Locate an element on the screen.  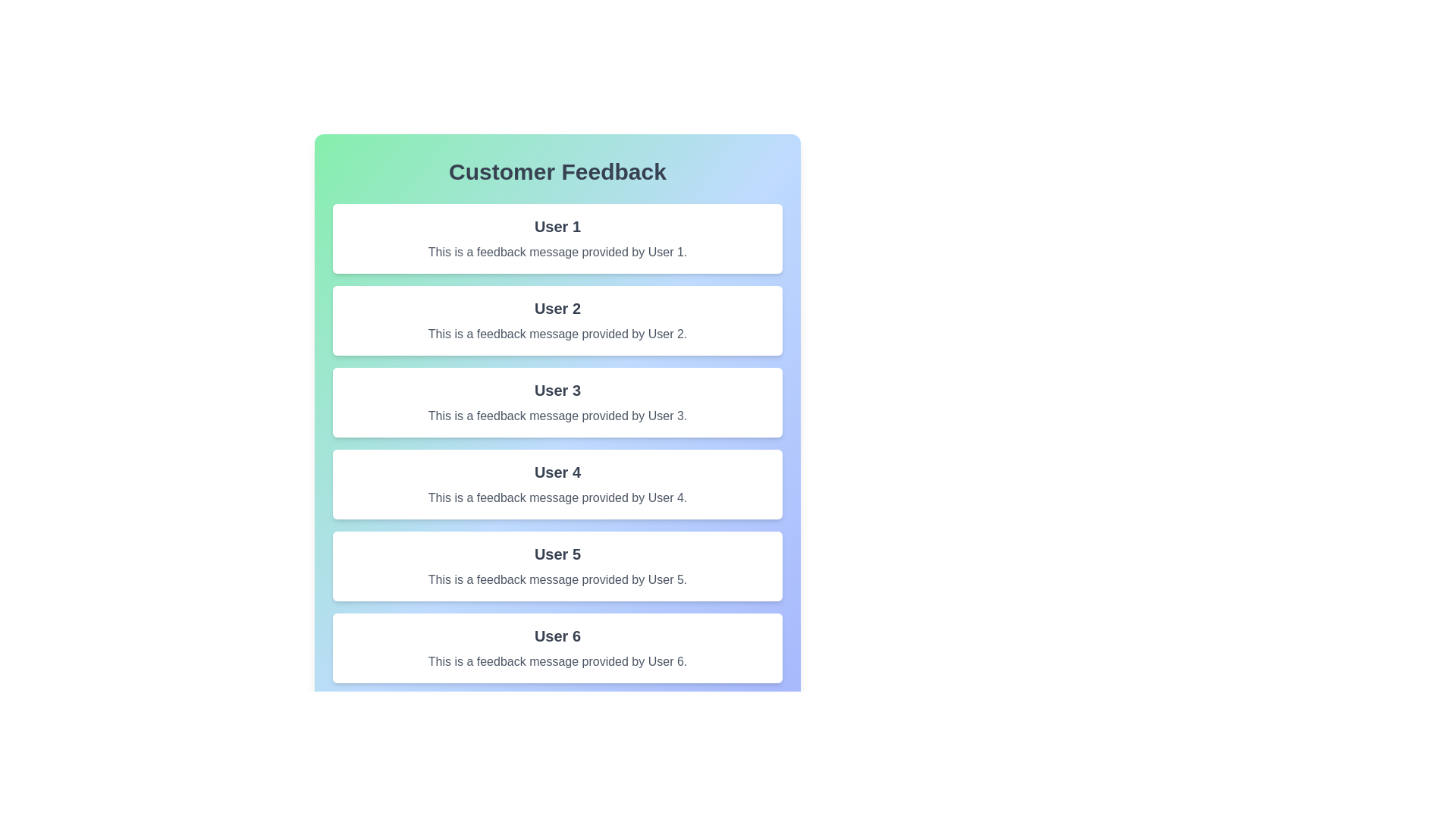
the non-interactive text label displaying feedback from User 6, located within the sixth feedback box at the bottom of the interface is located at coordinates (557, 661).